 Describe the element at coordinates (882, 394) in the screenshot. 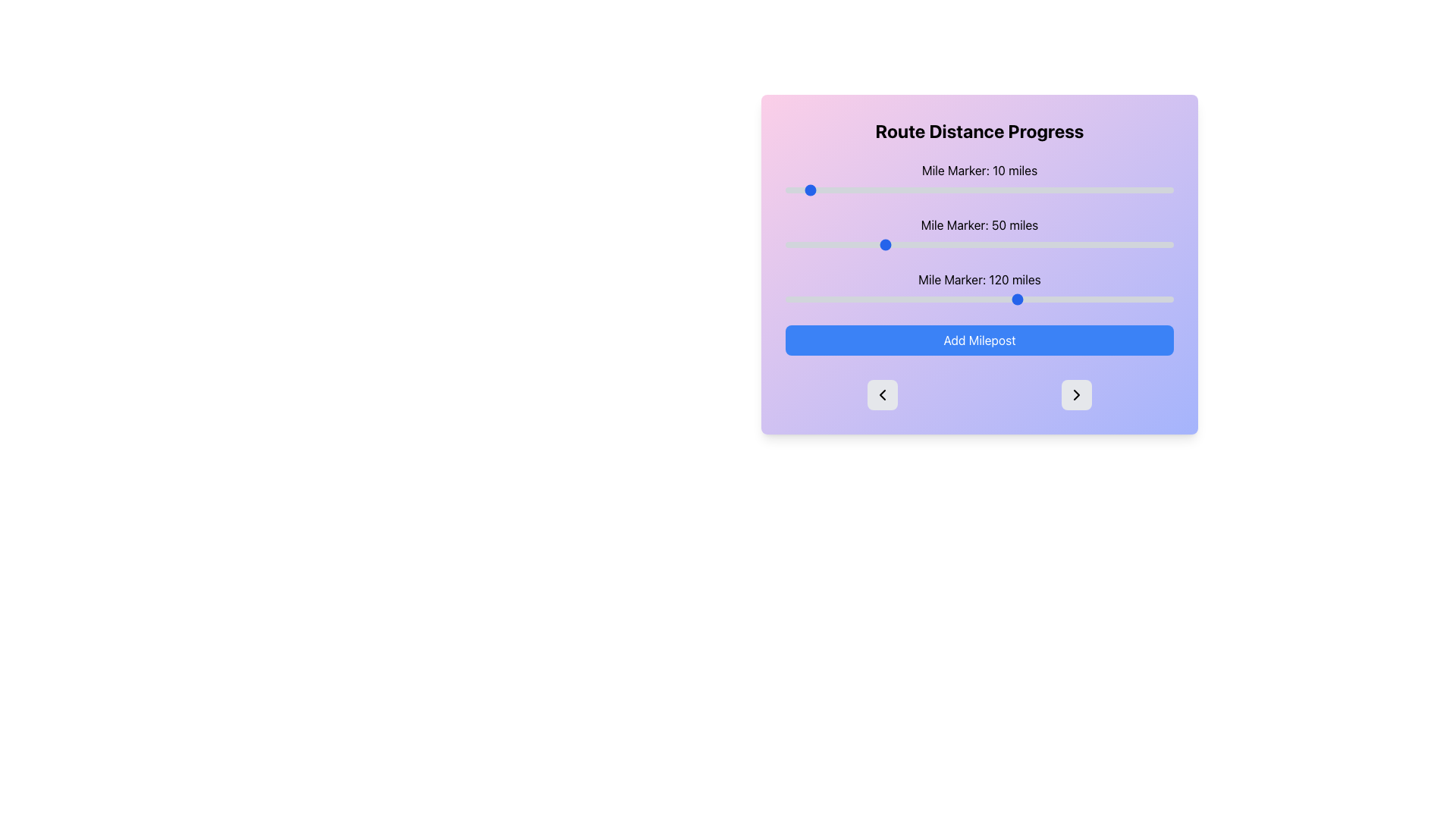

I see `the left-pointing chevron icon, which is styled with a gray stroke and positioned at the bottom left of the dialog interface` at that location.